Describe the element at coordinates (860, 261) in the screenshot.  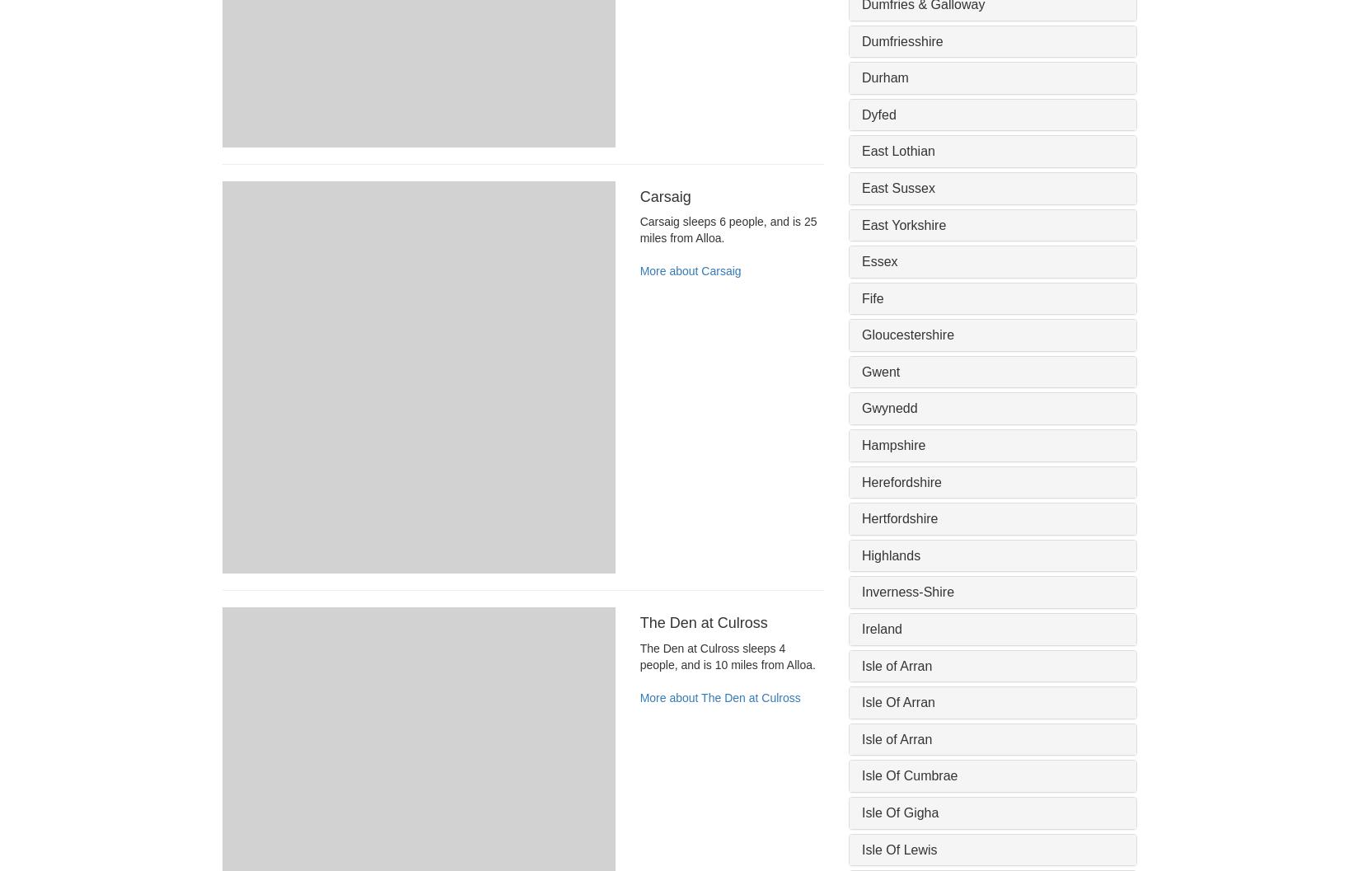
I see `'Essex'` at that location.